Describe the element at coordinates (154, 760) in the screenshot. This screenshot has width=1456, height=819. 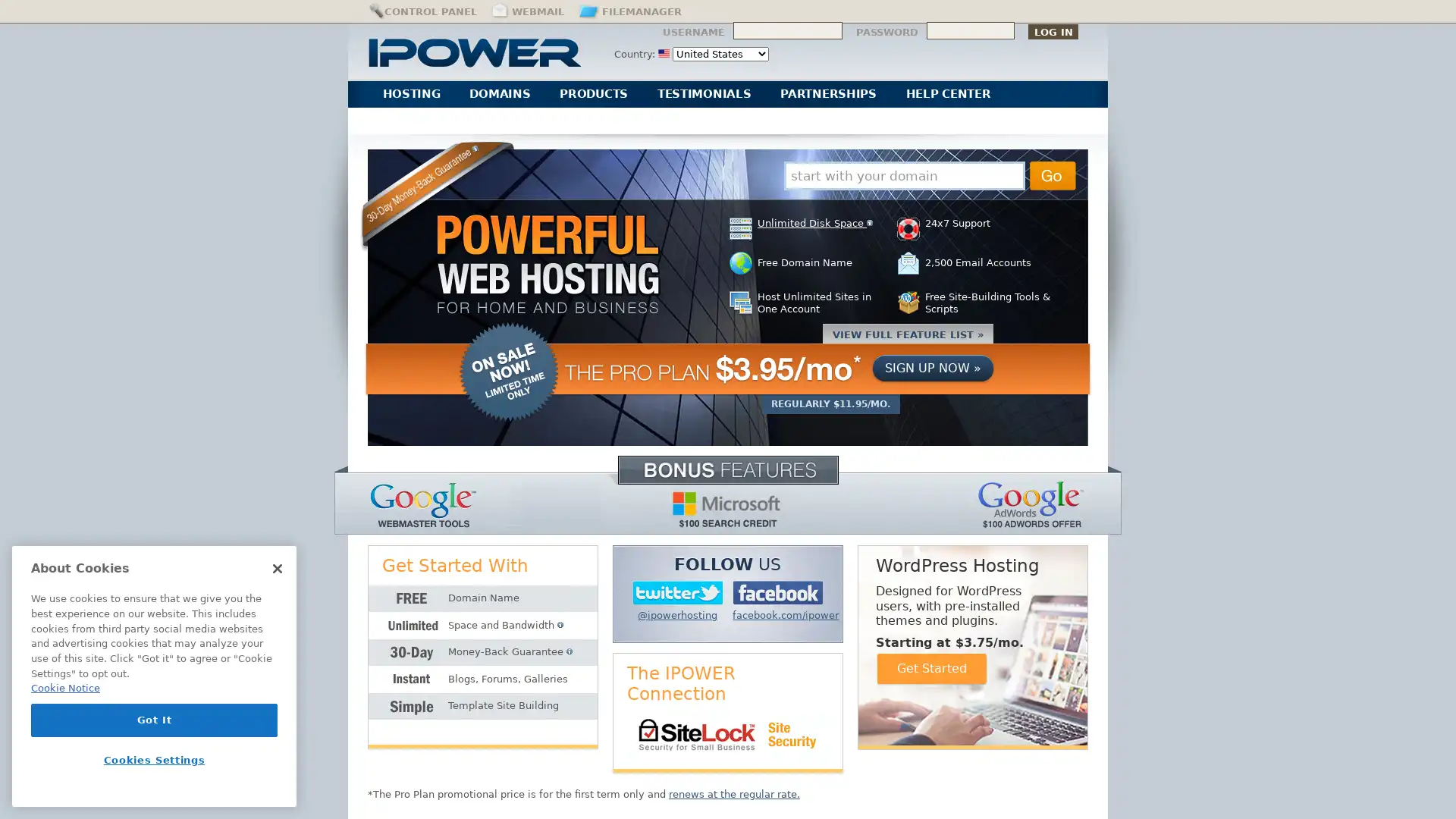
I see `Cookies Settings` at that location.